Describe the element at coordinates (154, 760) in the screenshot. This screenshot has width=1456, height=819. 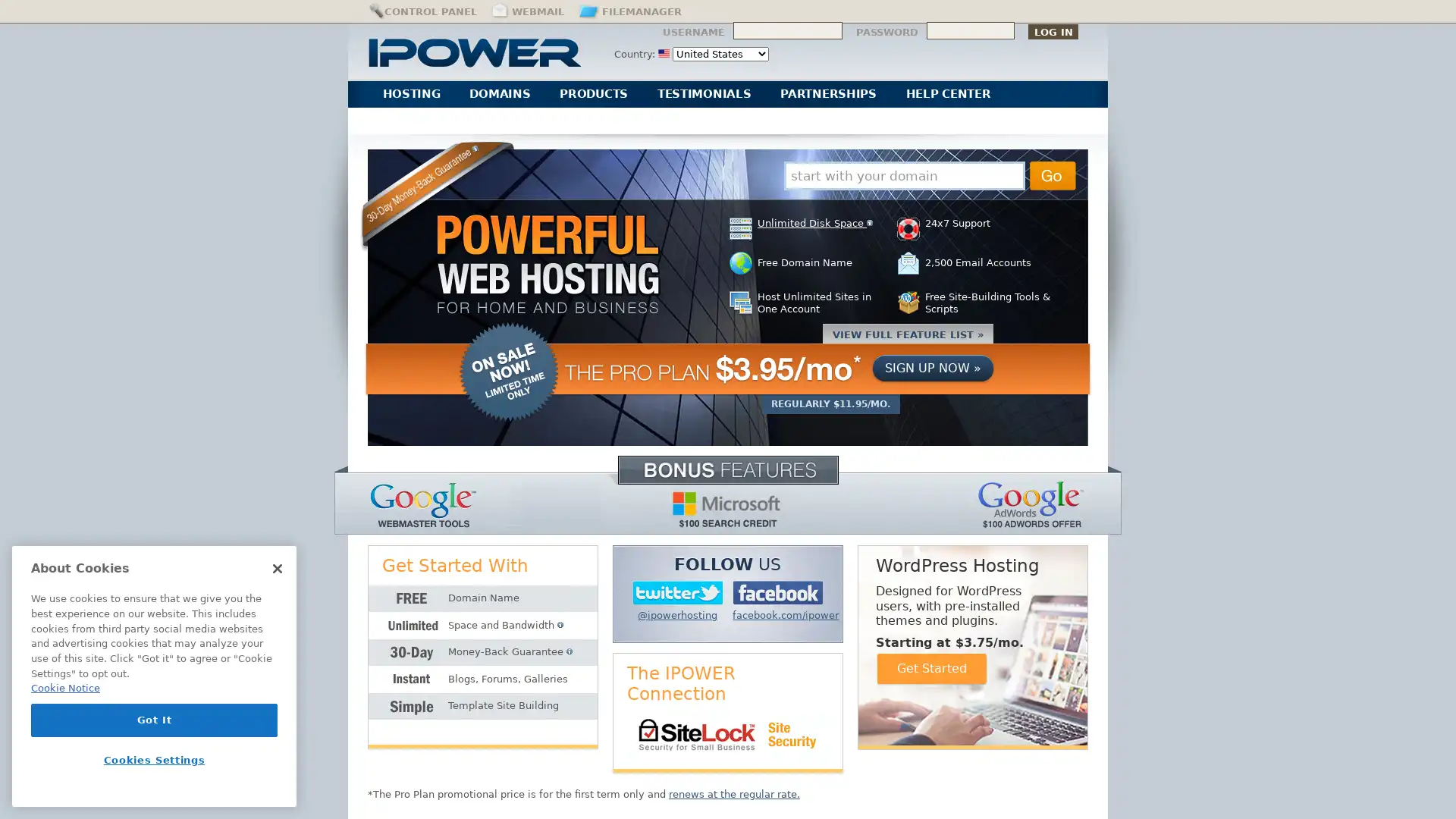
I see `Cookies Settings` at that location.